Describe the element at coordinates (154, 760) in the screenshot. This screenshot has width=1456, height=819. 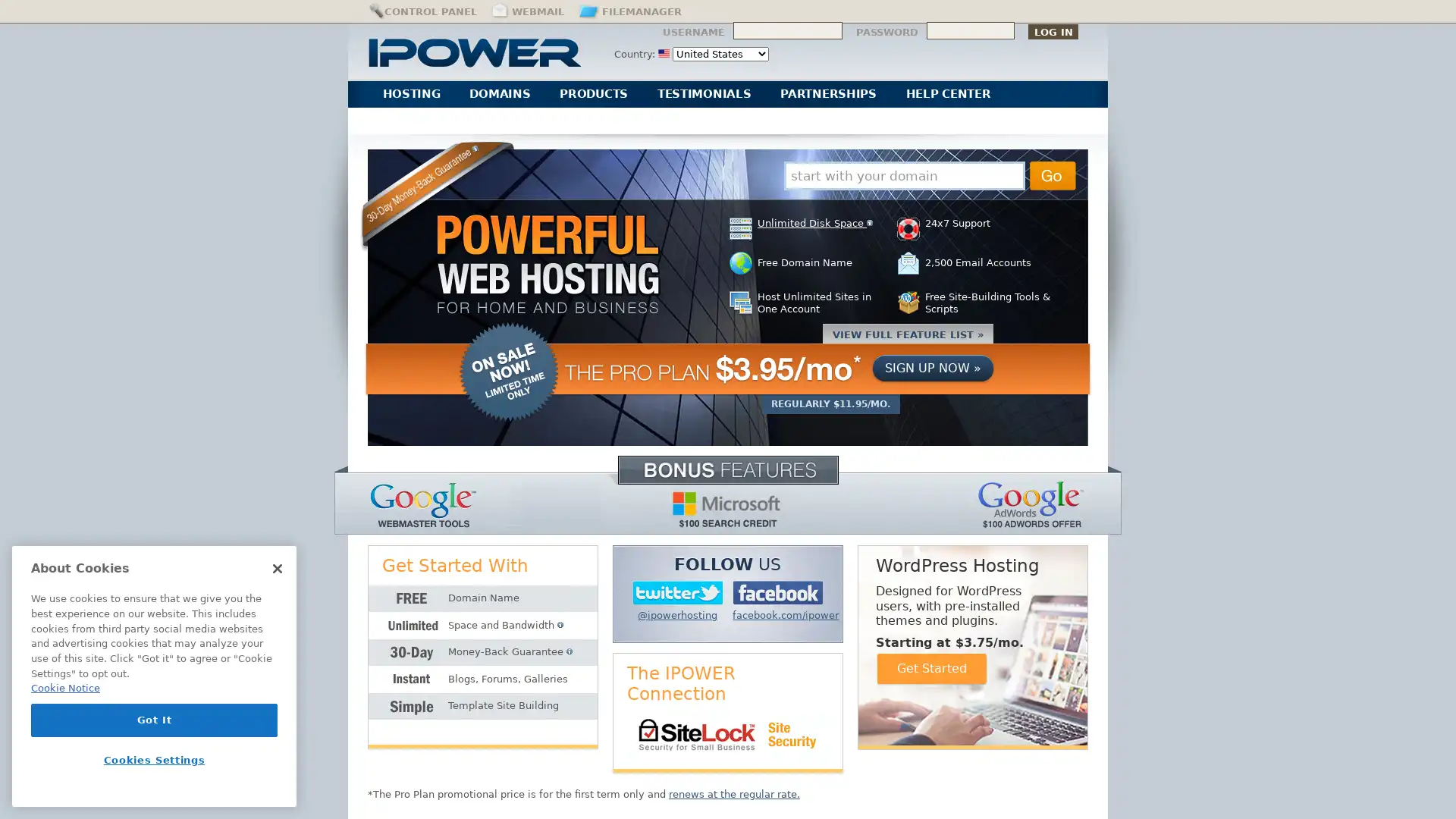
I see `Cookies Settings` at that location.